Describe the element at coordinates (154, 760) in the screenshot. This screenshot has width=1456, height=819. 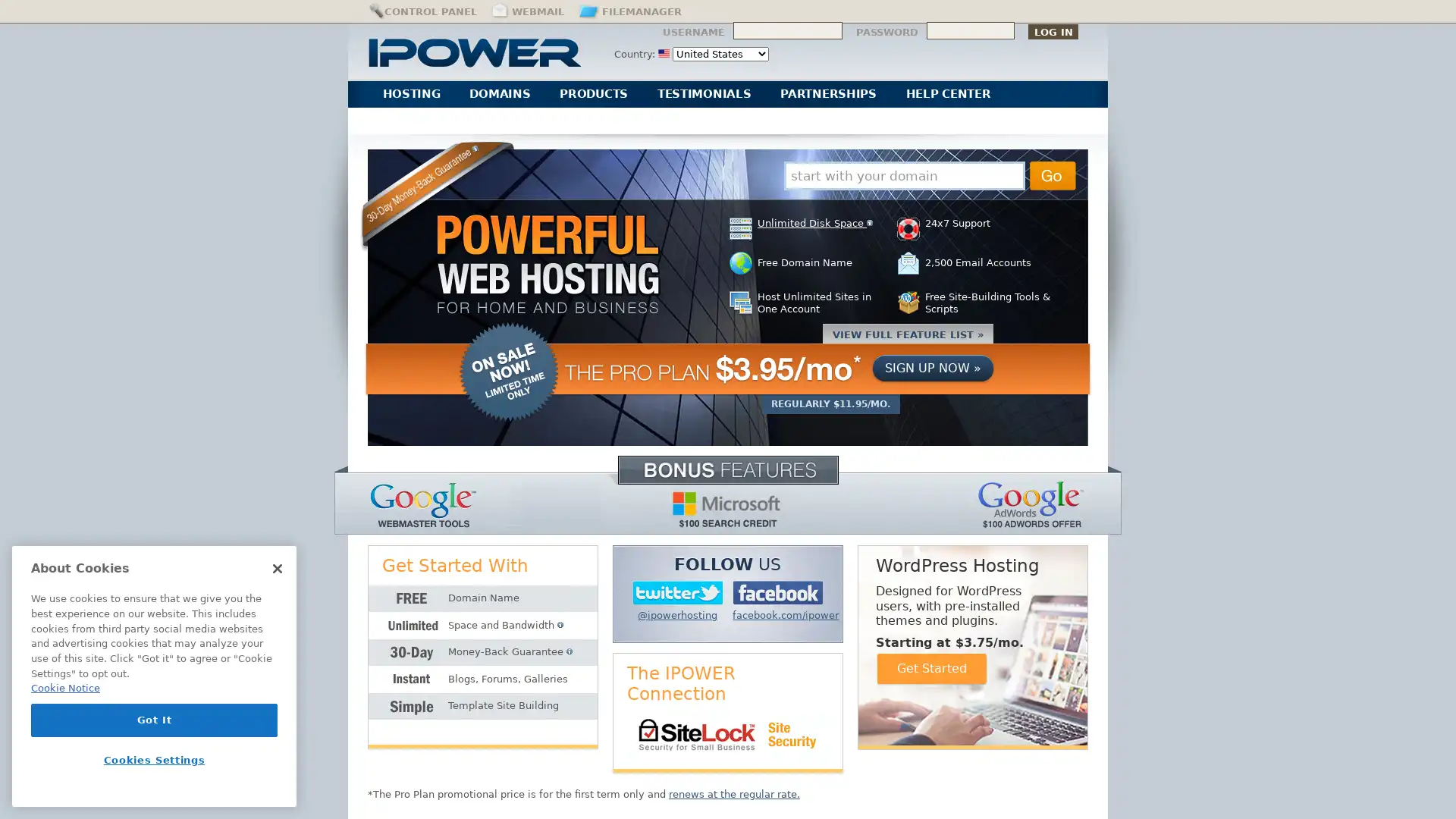
I see `Cookies Settings` at that location.